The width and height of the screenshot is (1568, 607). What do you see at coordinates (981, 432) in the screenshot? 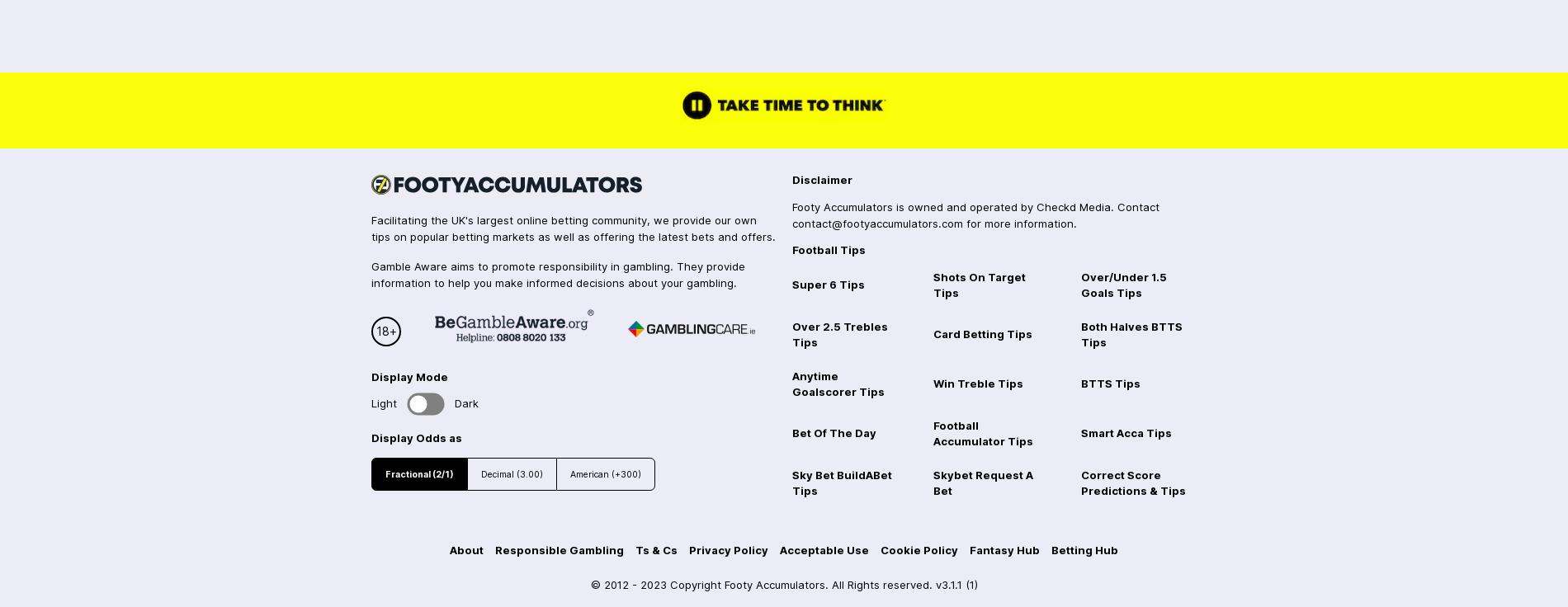
I see `'Football Accumulator Tips'` at bounding box center [981, 432].